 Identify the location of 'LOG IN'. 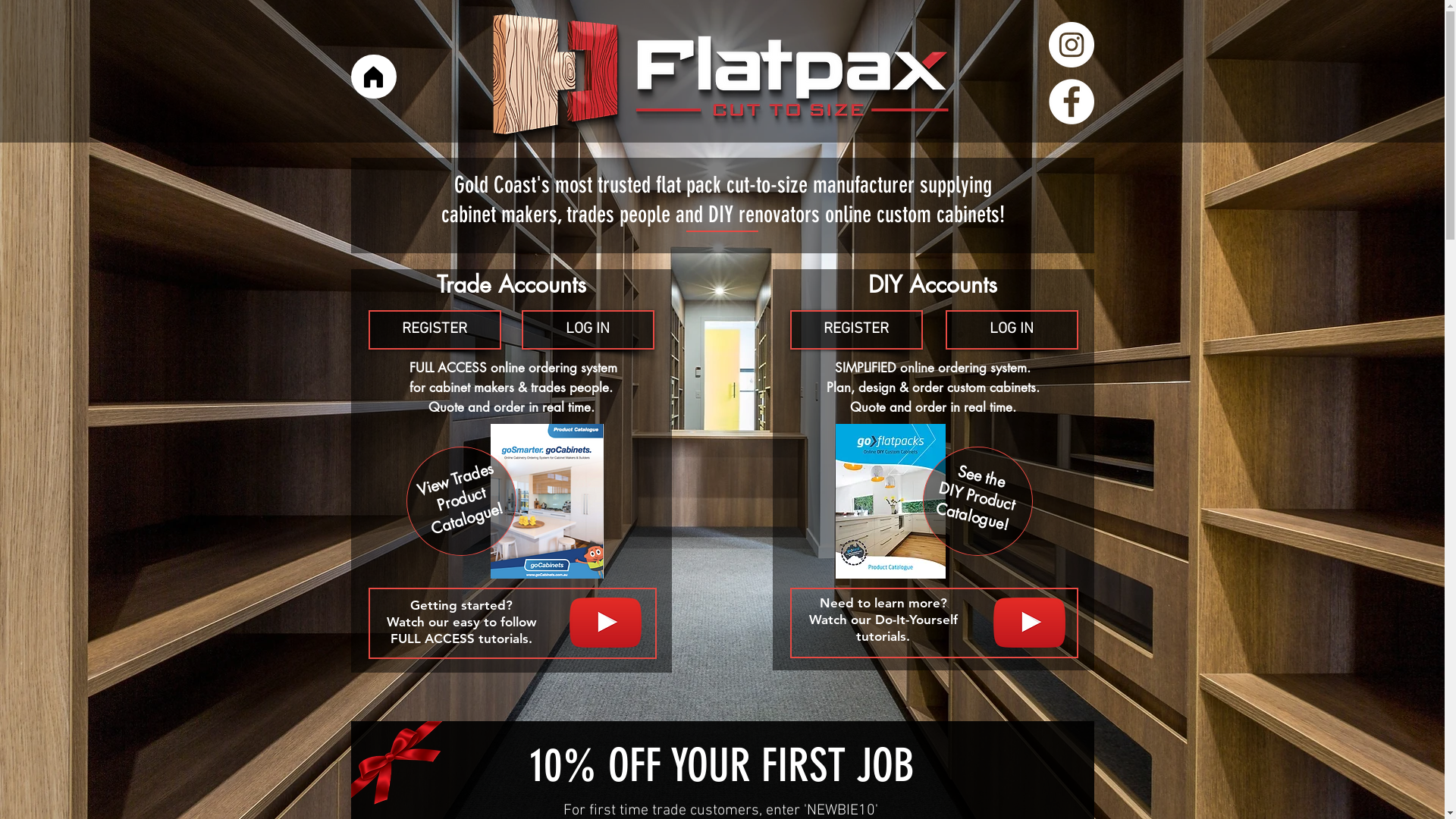
(521, 329).